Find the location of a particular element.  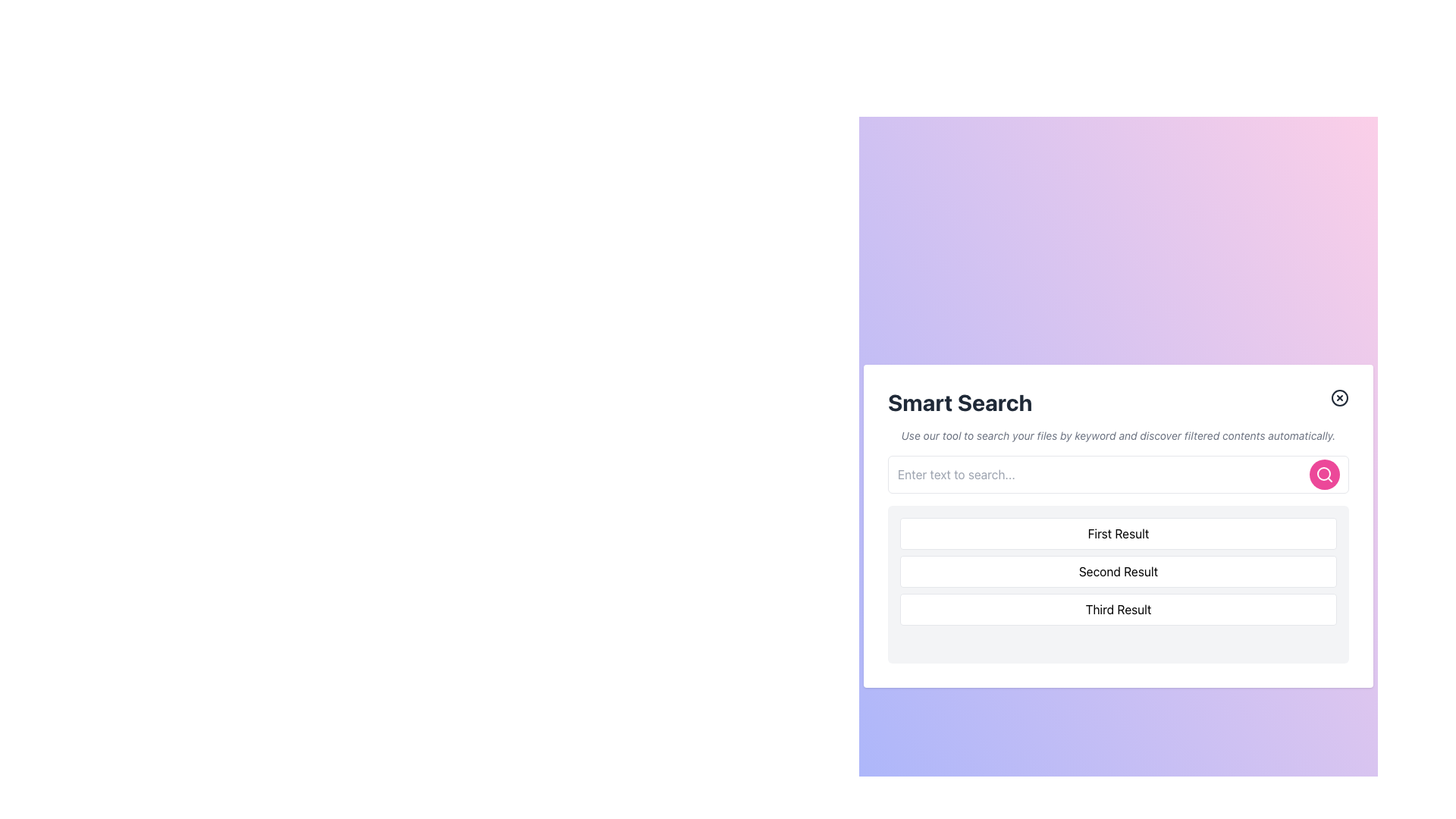

the 'Third Result' text label located in the bordered panel titled 'Smart Search' is located at coordinates (1118, 608).